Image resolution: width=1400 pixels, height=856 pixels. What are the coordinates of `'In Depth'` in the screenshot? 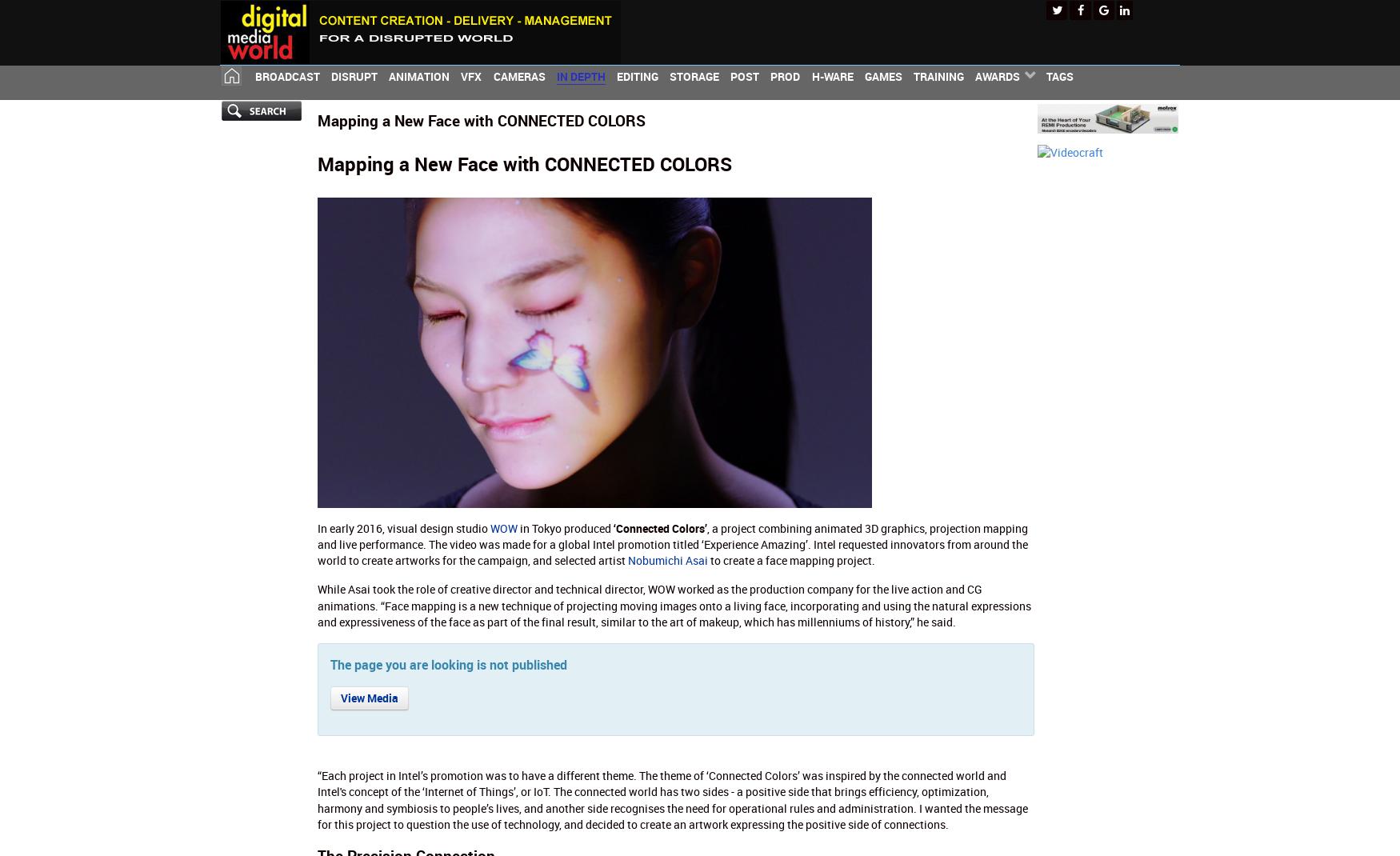 It's located at (580, 75).